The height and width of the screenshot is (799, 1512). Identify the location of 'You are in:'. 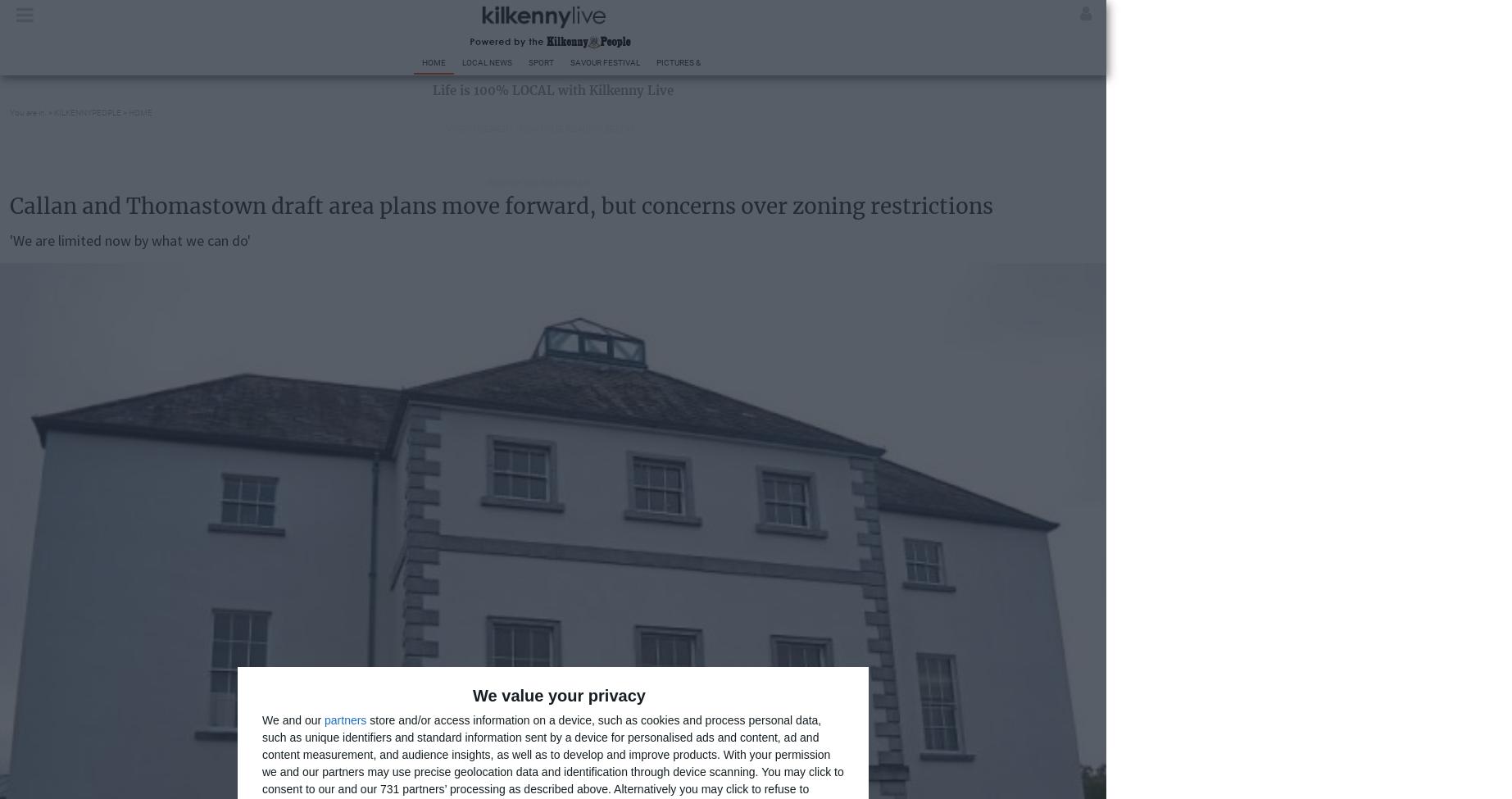
(28, 111).